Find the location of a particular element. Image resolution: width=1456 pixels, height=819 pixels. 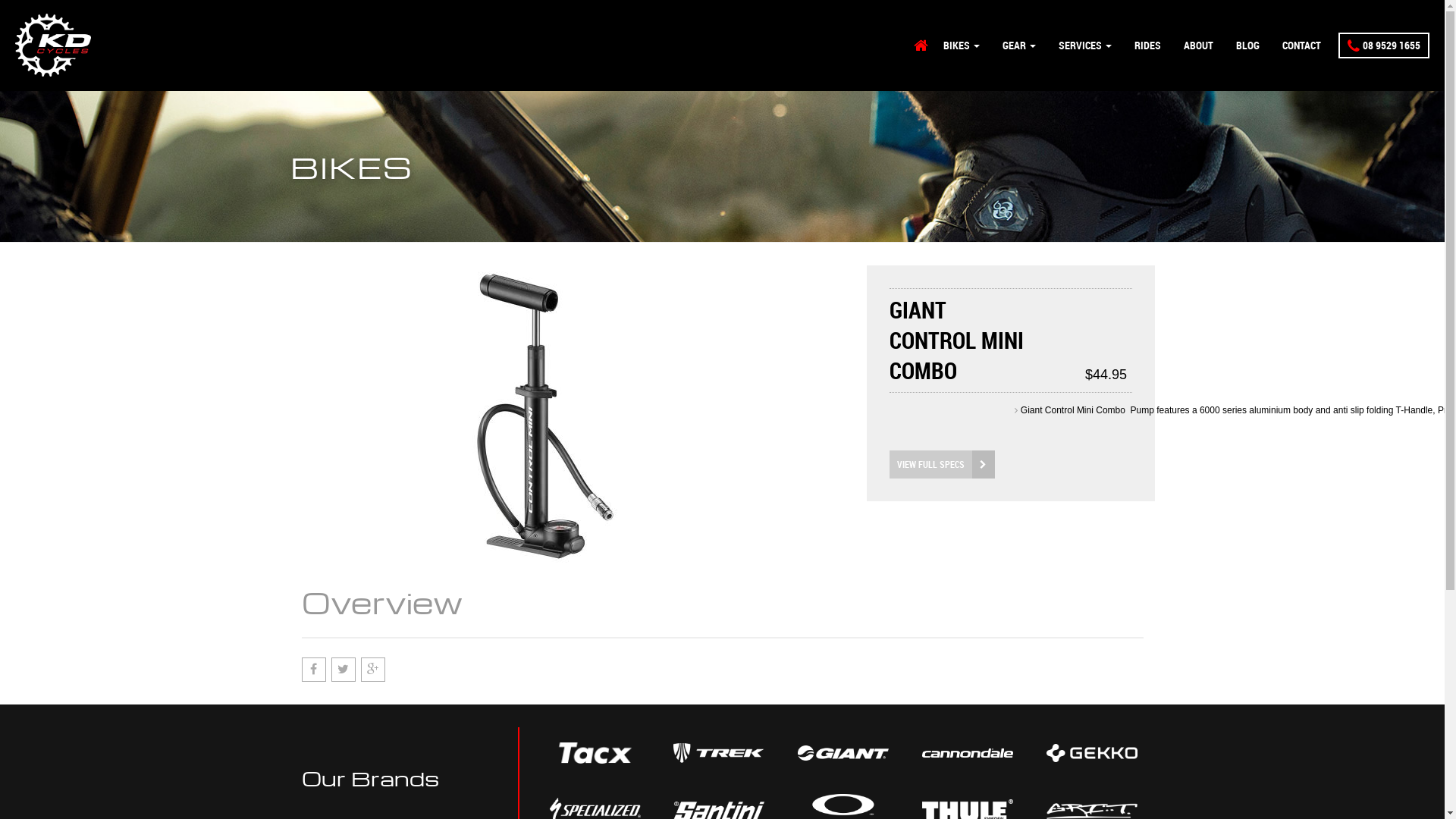

'HOME' is located at coordinates (920, 45).